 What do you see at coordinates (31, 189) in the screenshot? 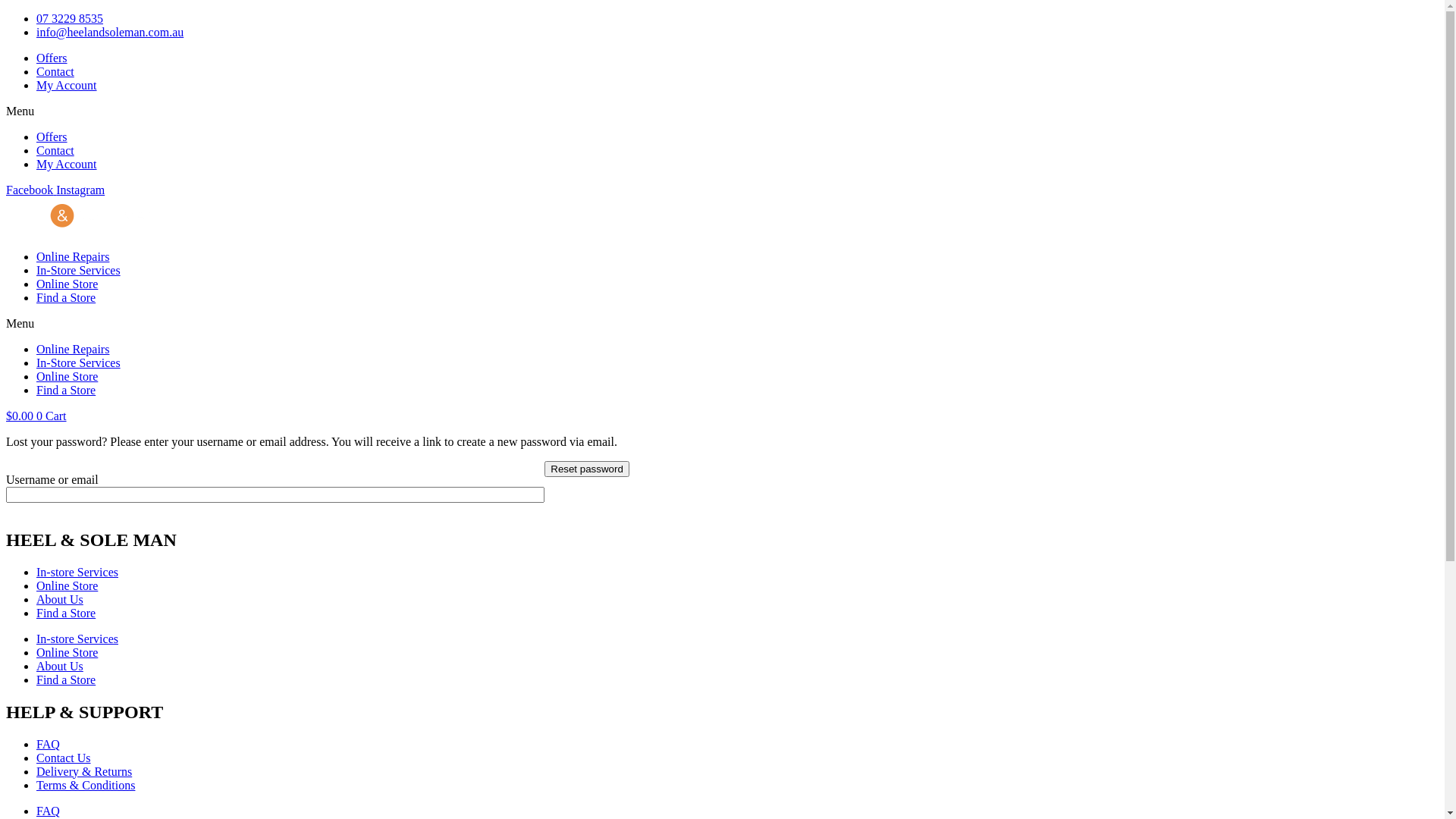
I see `'Facebook'` at bounding box center [31, 189].